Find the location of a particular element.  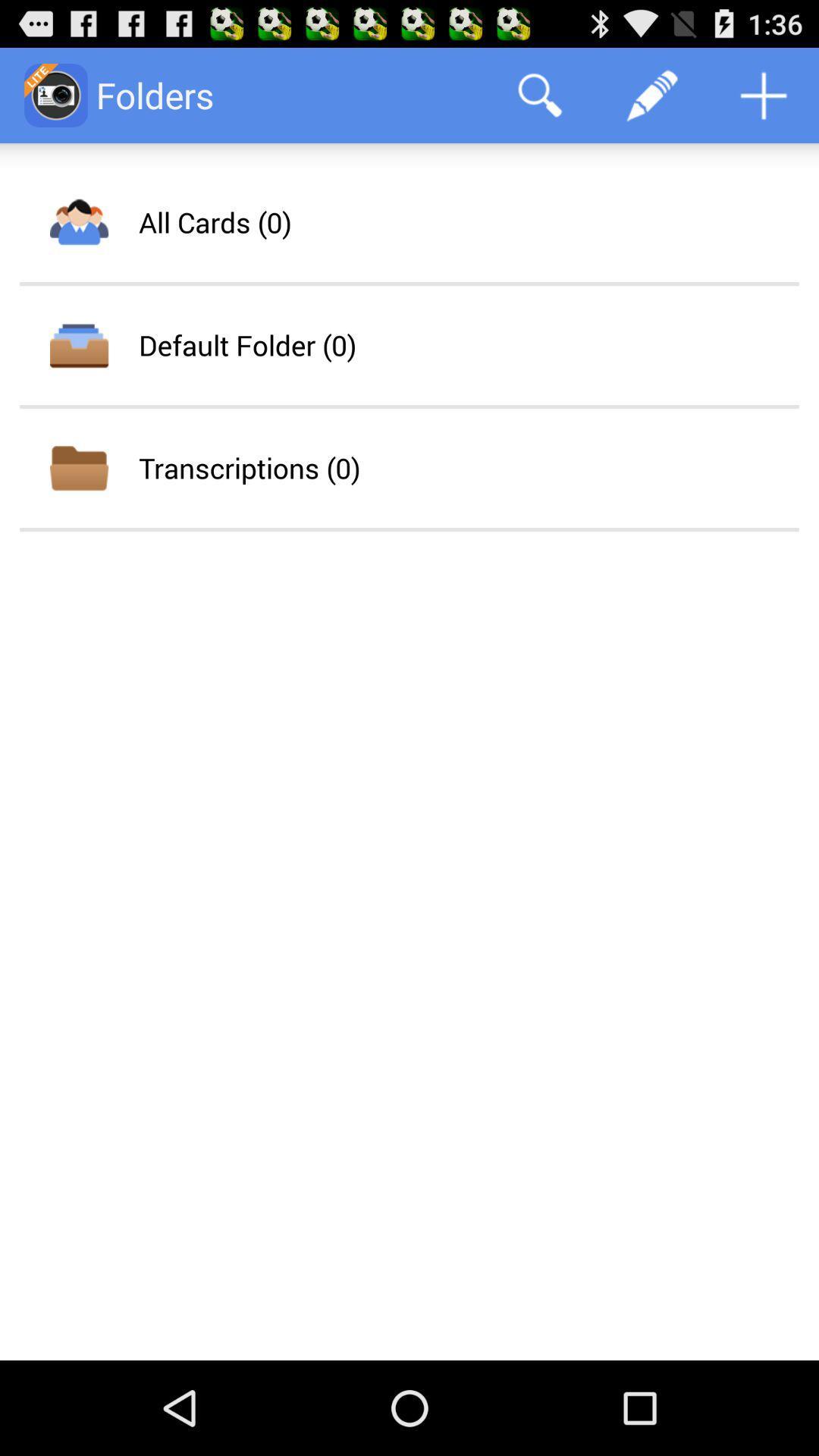

the item above transcriptions (0) app is located at coordinates (246, 344).